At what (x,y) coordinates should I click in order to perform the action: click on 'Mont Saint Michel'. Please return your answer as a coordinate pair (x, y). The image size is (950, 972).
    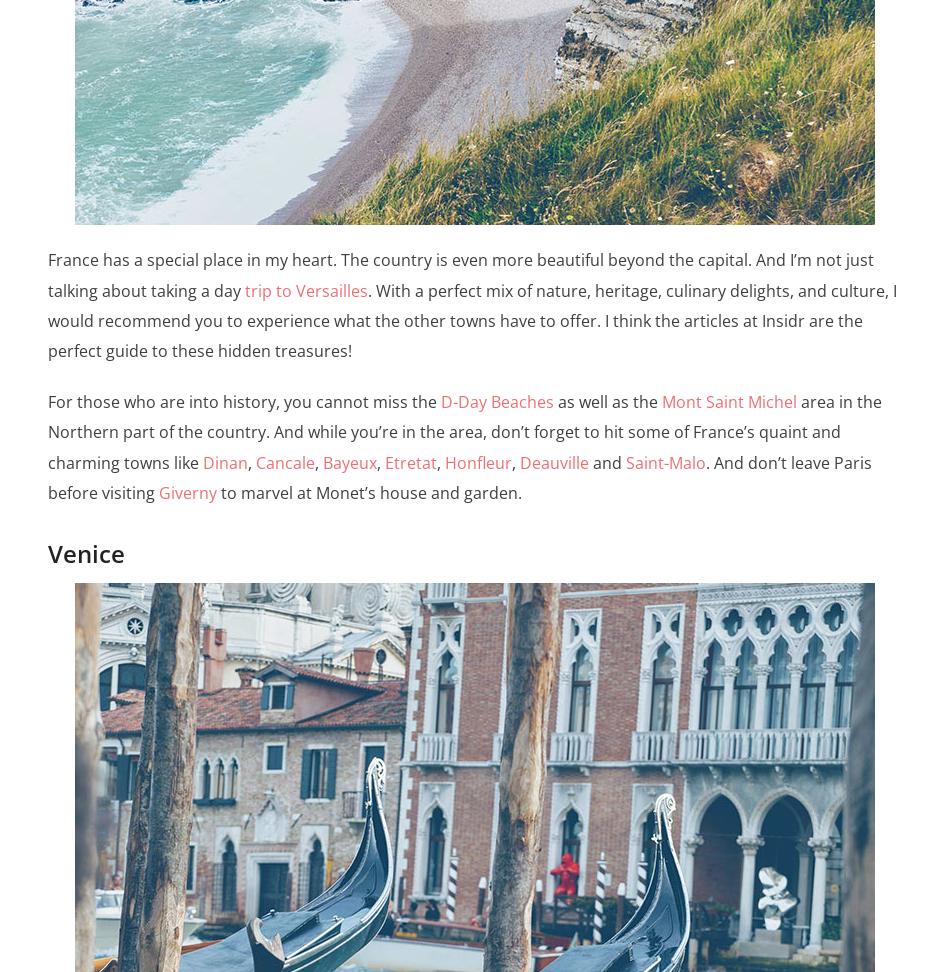
    Looking at the image, I should click on (661, 401).